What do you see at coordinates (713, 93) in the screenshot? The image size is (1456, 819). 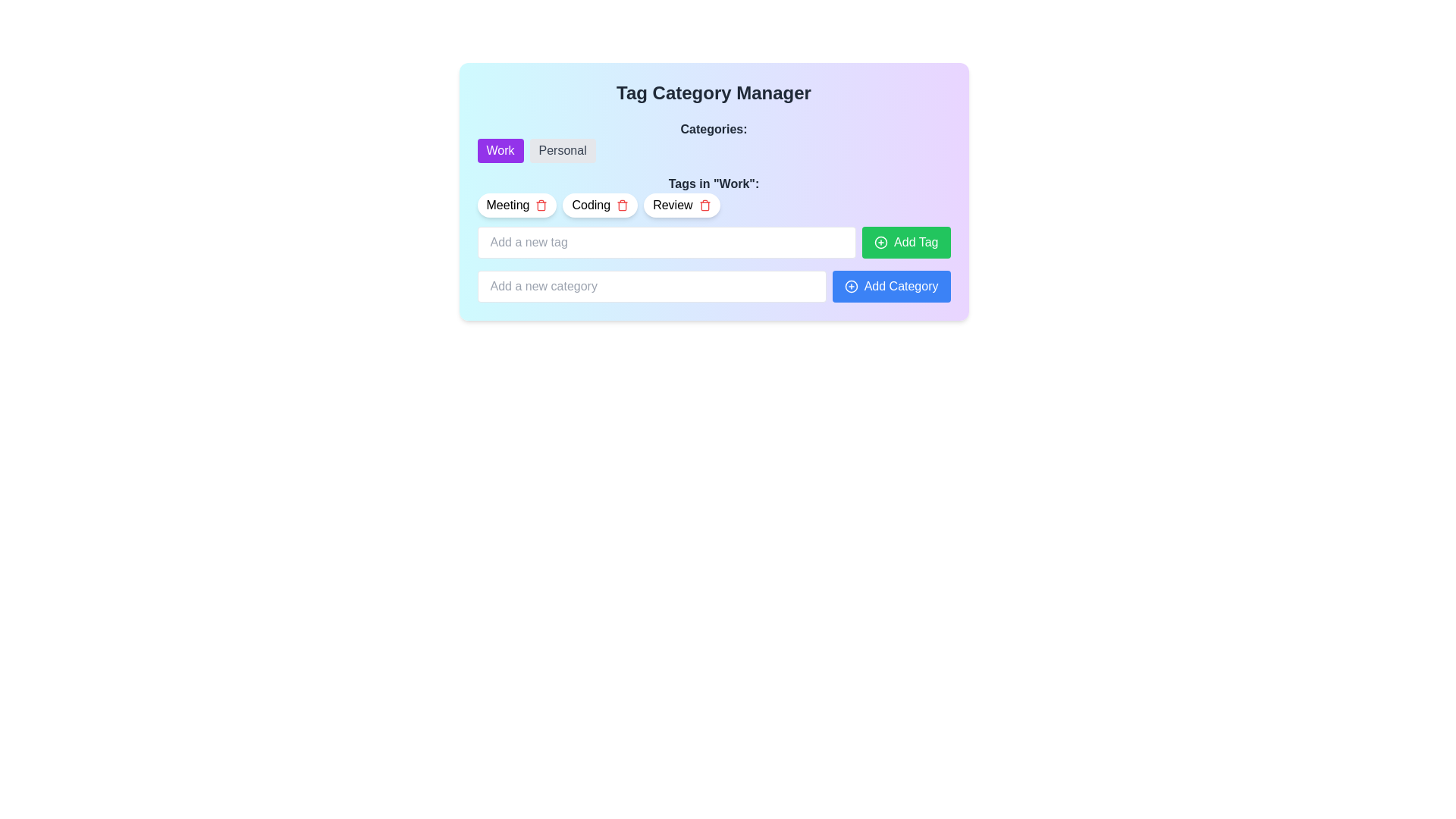 I see `on the 'Tag Category Manager' header text` at bounding box center [713, 93].